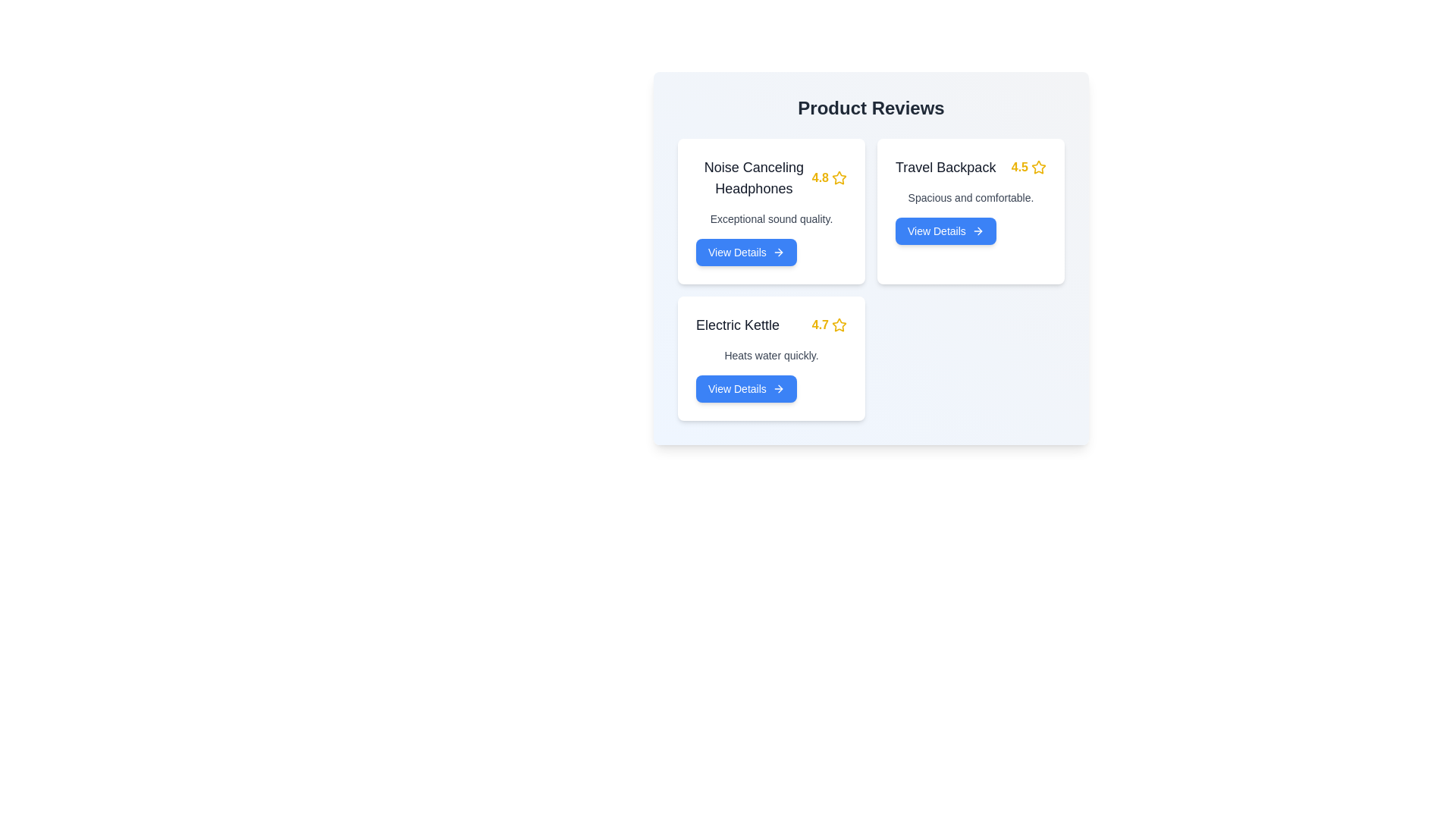 The height and width of the screenshot is (819, 1456). Describe the element at coordinates (771, 211) in the screenshot. I see `the product card for Noise Canceling Headphones` at that location.